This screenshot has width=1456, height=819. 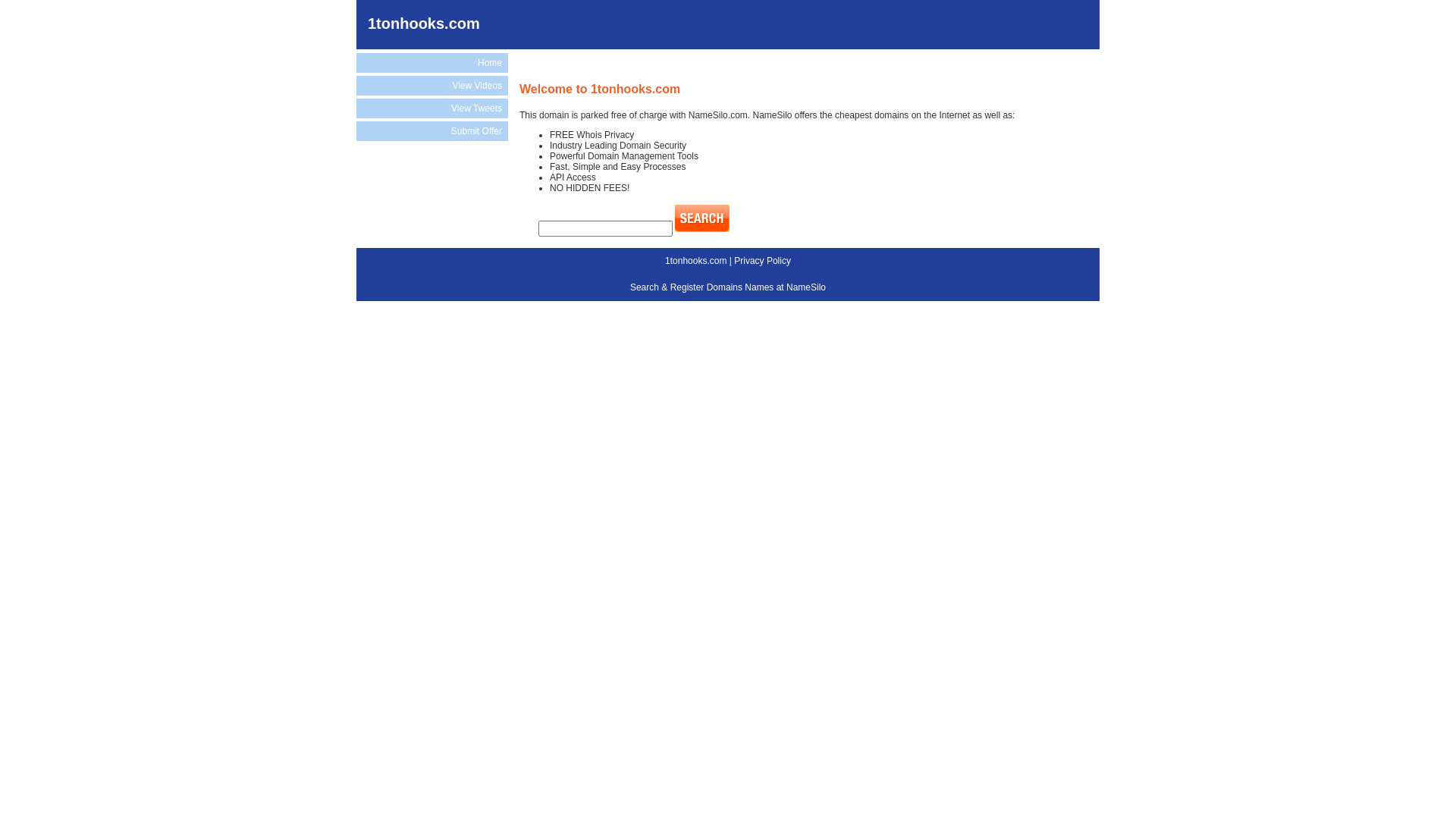 I want to click on 'Search & Register Domains Names at NameSilo', so click(x=728, y=287).